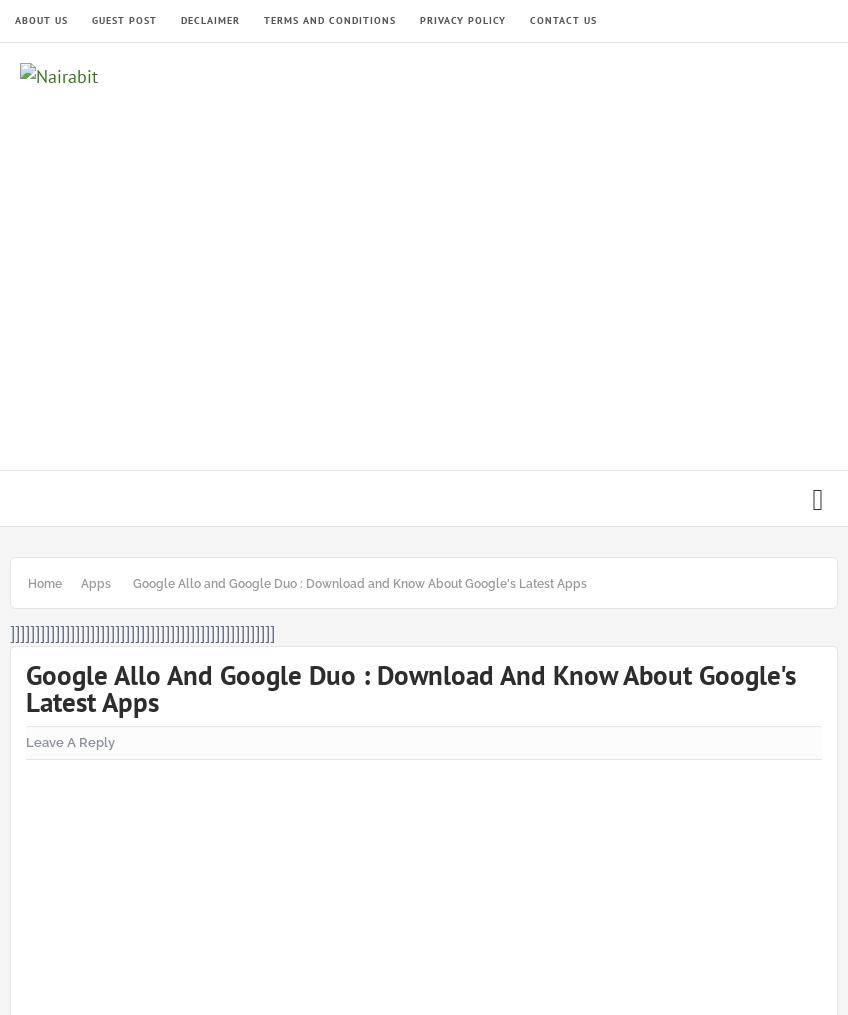  Describe the element at coordinates (92, 19) in the screenshot. I see `'Guest Post'` at that location.